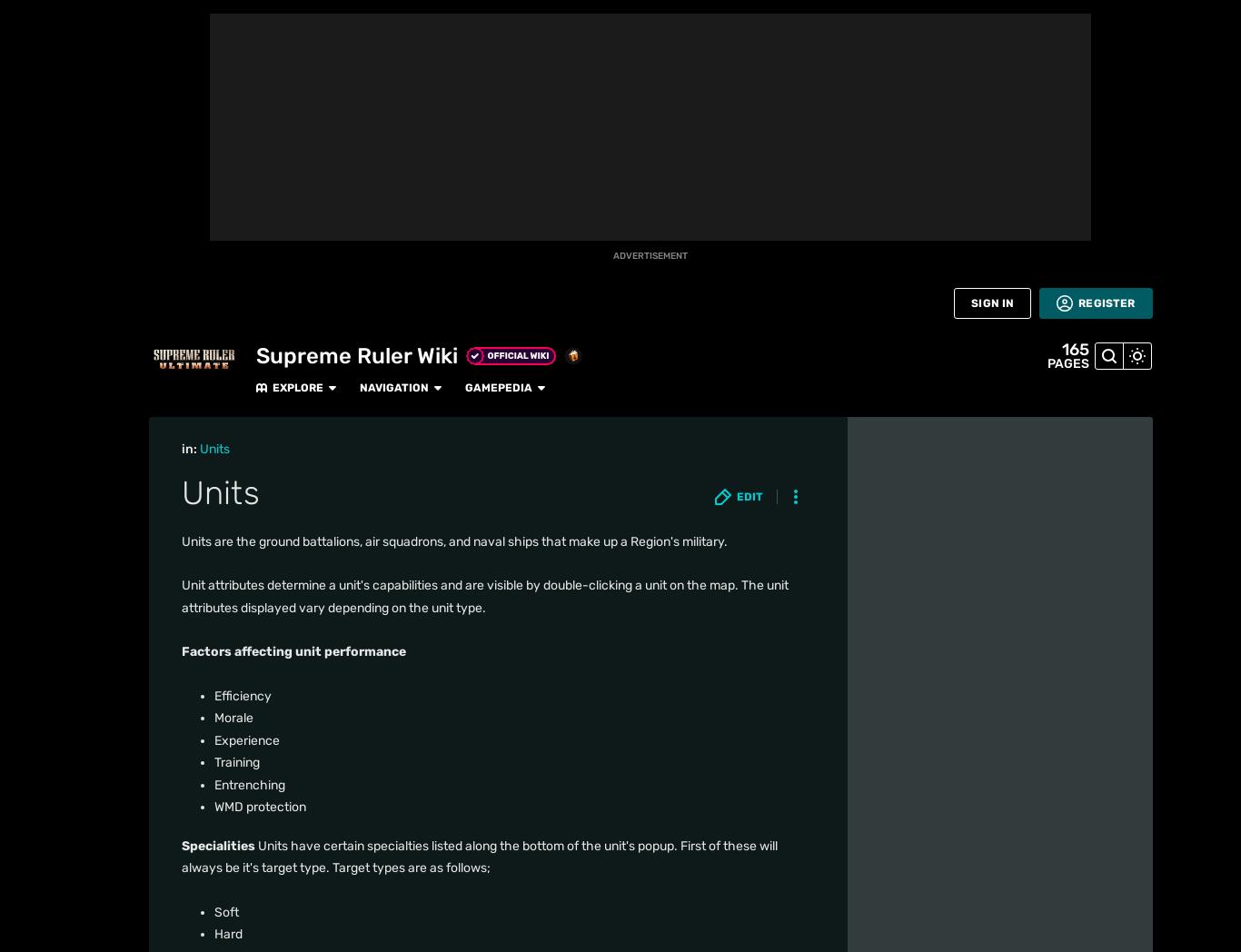  Describe the element at coordinates (233, 552) in the screenshot. I see `'Entrenchment'` at that location.